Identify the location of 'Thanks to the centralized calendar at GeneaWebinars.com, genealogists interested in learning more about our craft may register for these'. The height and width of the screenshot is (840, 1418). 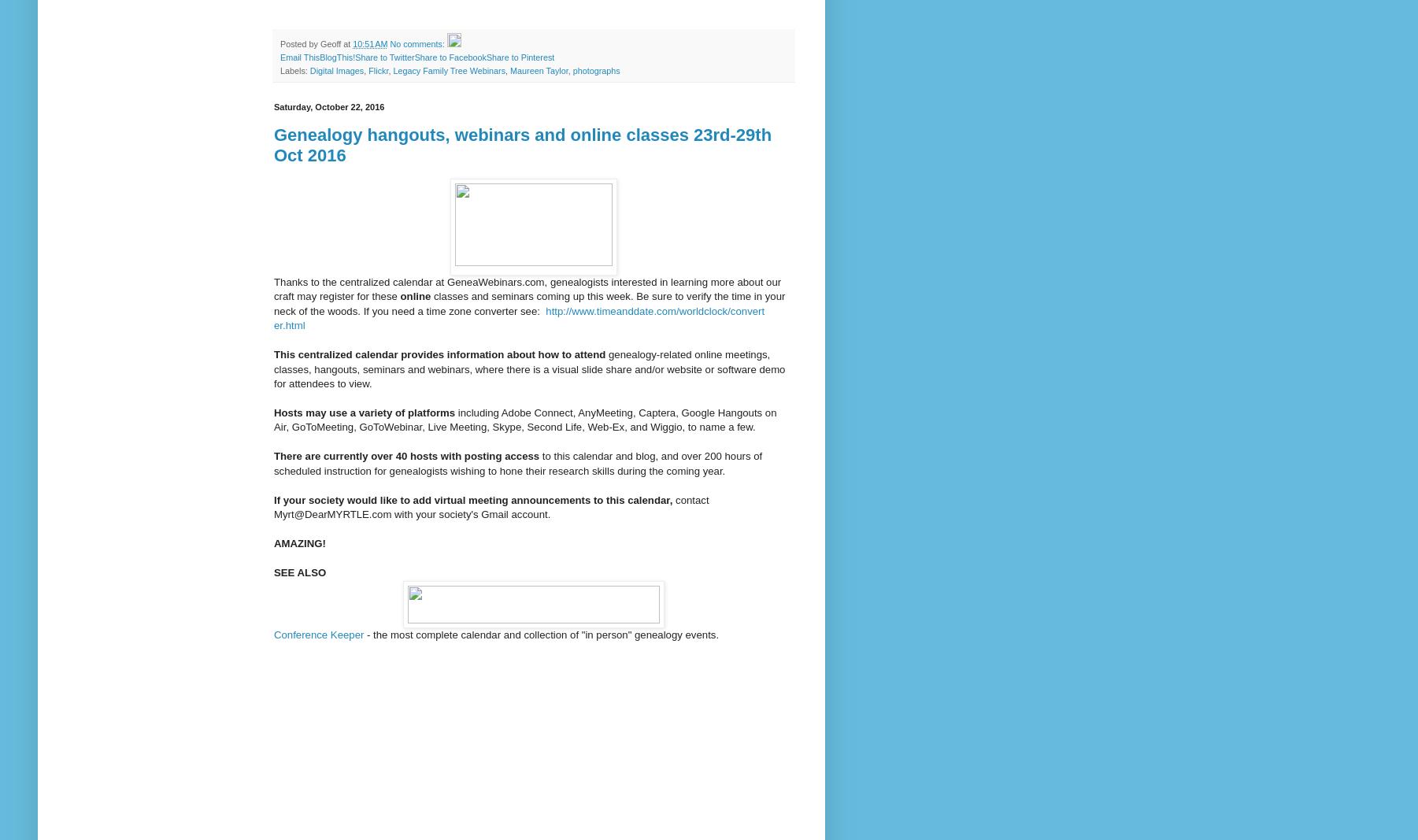
(526, 288).